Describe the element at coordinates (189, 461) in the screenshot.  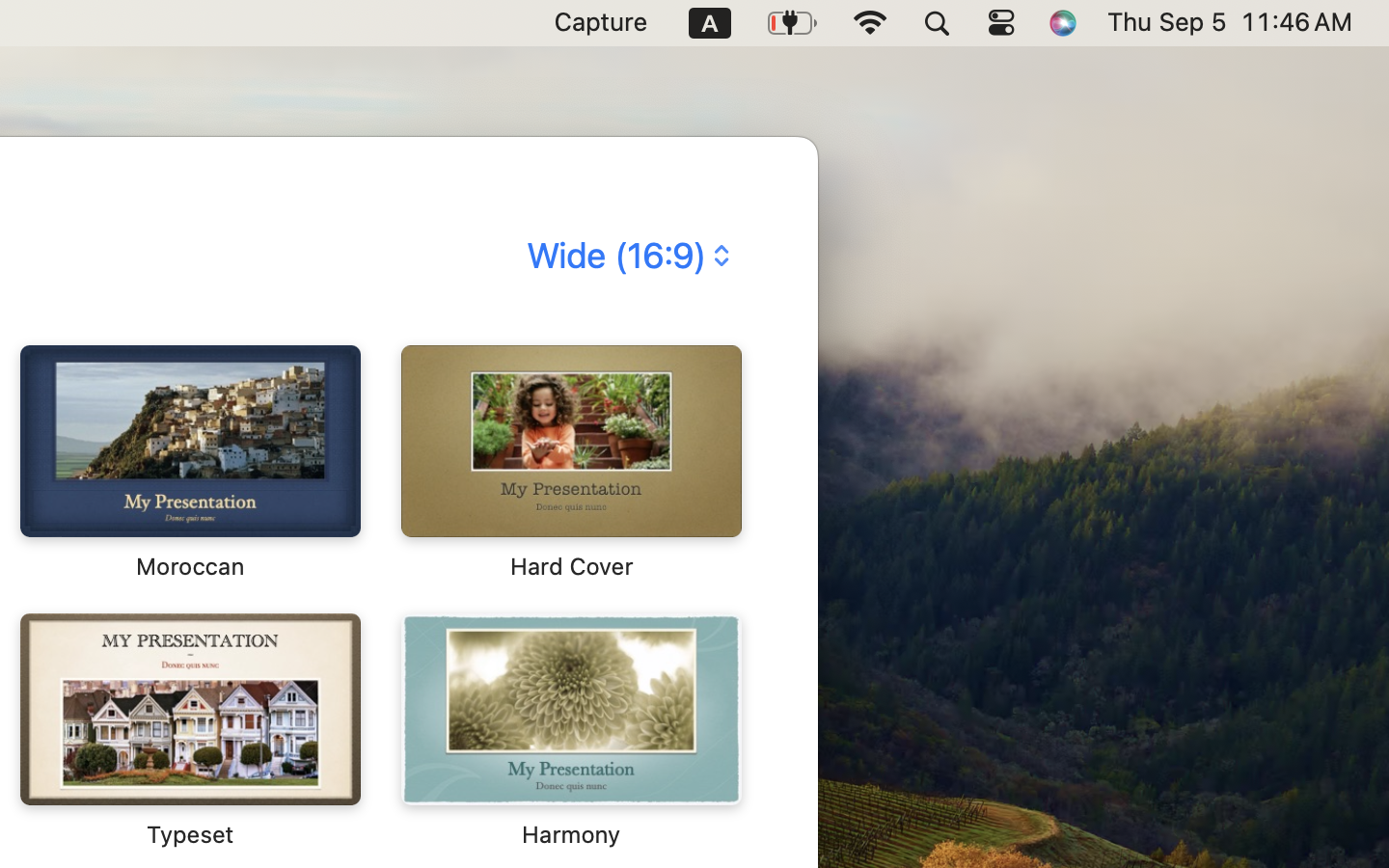
I see `'‎⁨Moroccan⁩'` at that location.